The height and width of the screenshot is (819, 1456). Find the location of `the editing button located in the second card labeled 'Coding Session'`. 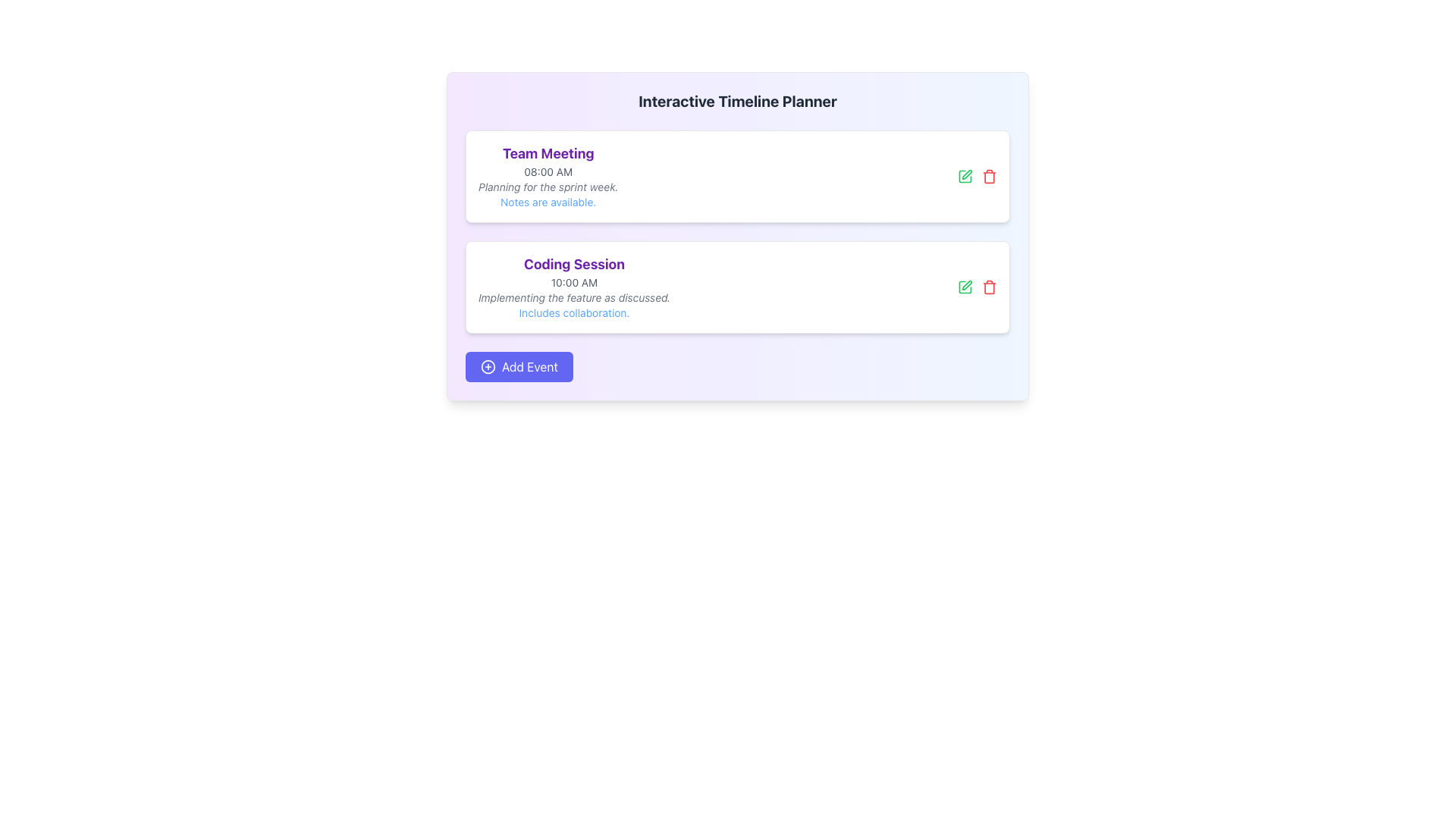

the editing button located in the second card labeled 'Coding Session' is located at coordinates (964, 287).